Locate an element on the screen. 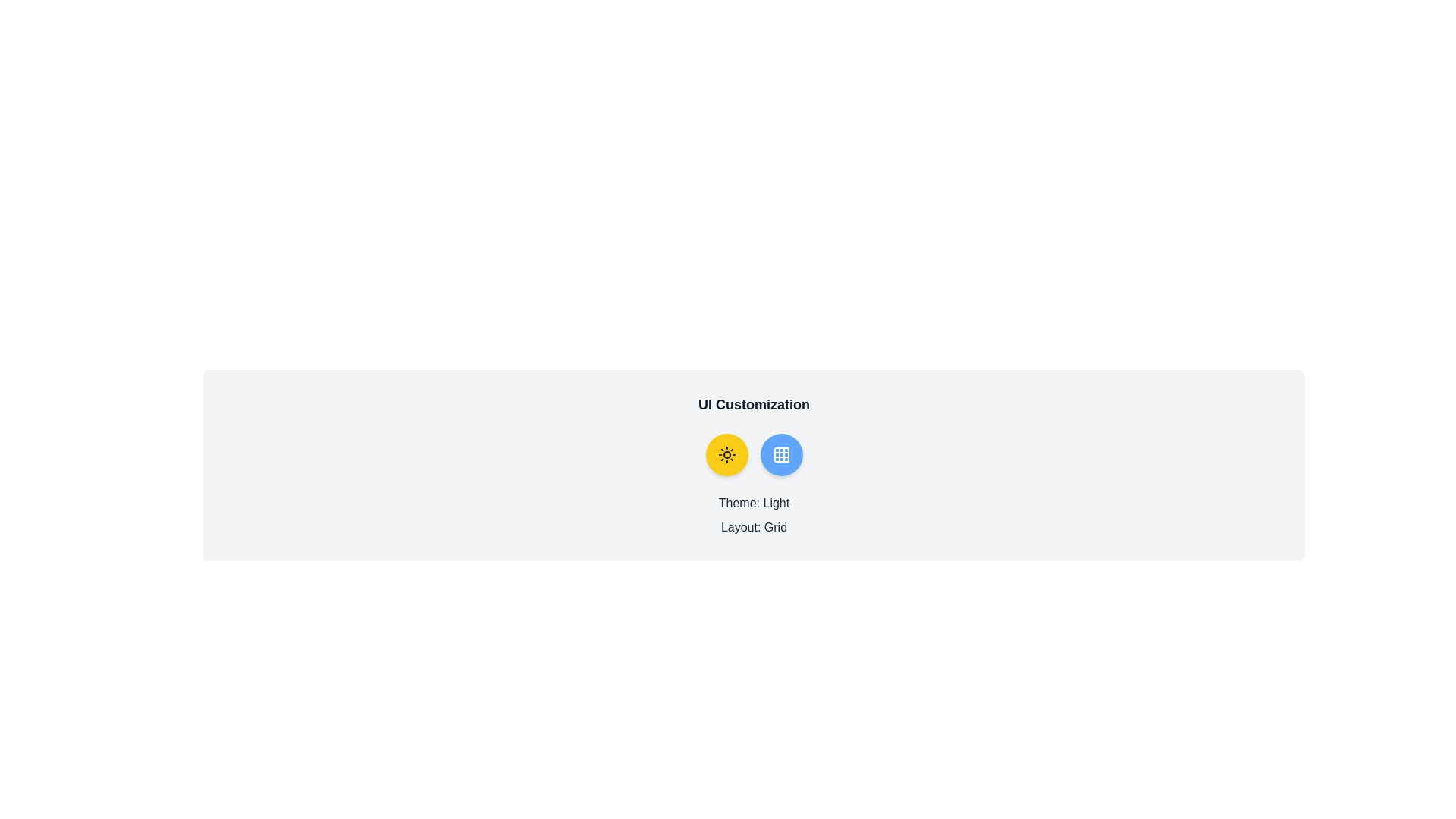  the Button Group containing a yellow sun icon and a blue grid icon for theme and layout toggles, located in the UI Customization panel is located at coordinates (754, 454).